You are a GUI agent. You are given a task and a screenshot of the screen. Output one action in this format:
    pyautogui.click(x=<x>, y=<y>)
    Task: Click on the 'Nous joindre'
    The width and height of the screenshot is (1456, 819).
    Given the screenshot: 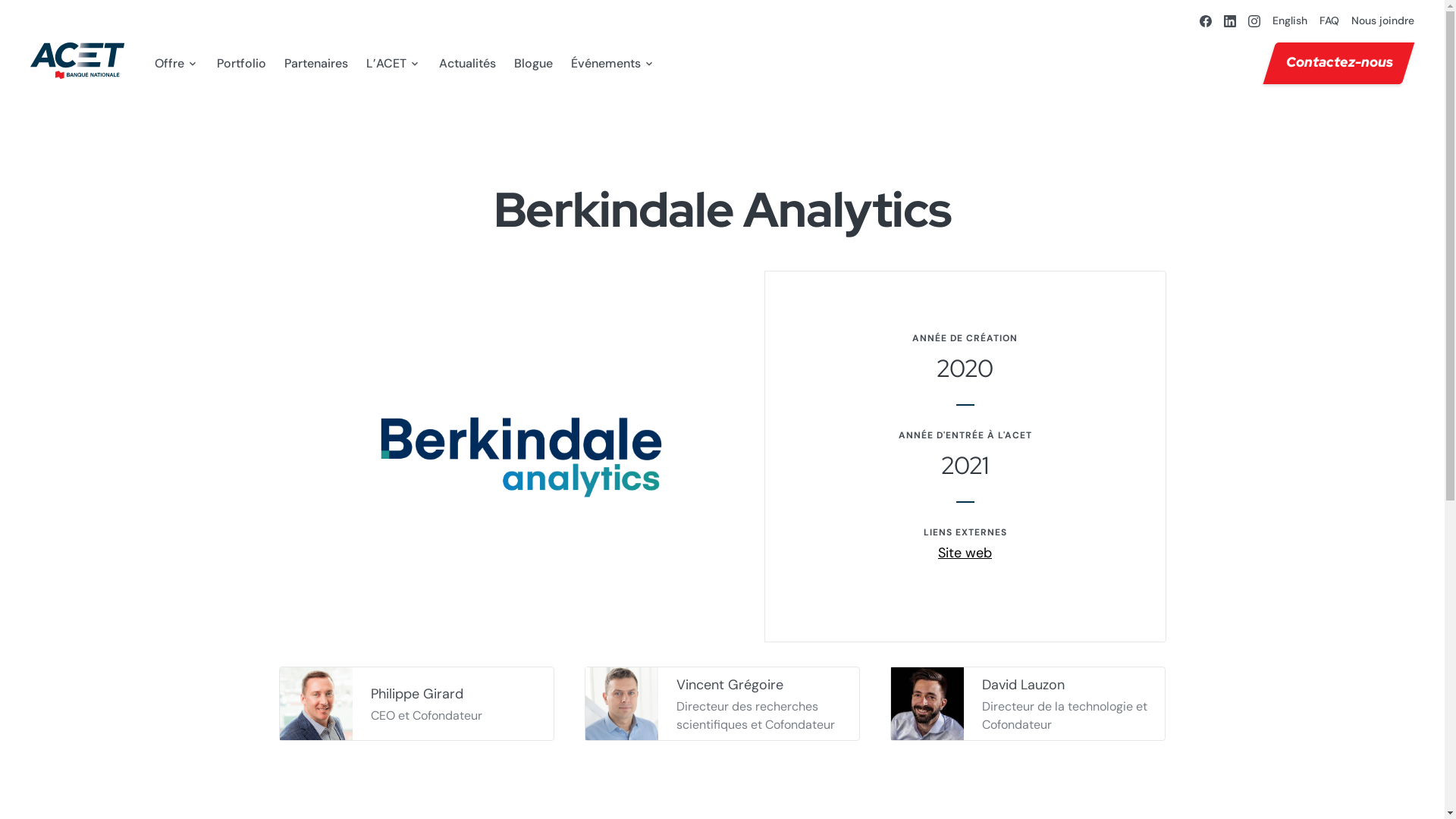 What is the action you would take?
    pyautogui.click(x=1382, y=20)
    